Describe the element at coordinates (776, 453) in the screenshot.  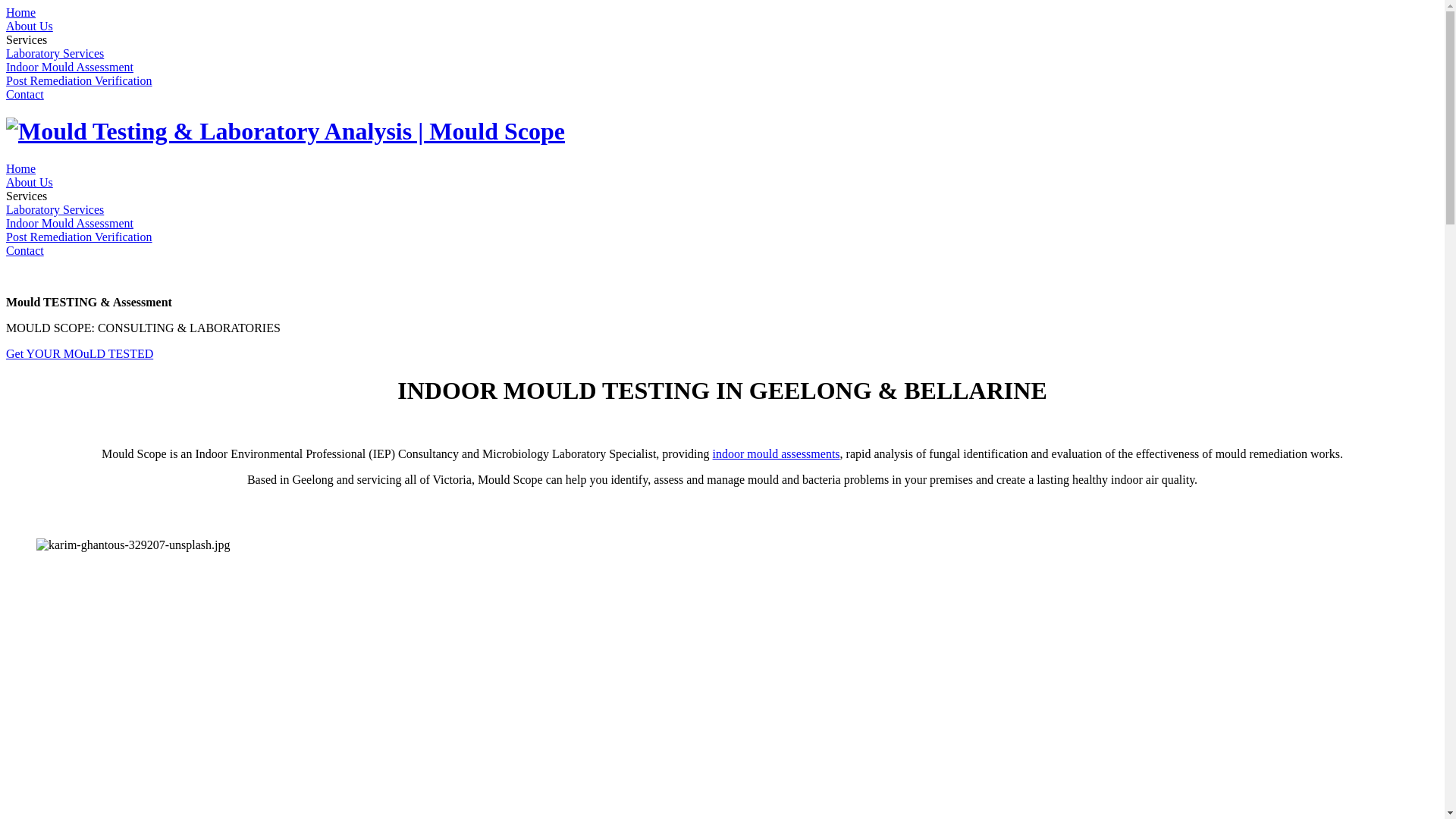
I see `'indoor mould assessments'` at that location.